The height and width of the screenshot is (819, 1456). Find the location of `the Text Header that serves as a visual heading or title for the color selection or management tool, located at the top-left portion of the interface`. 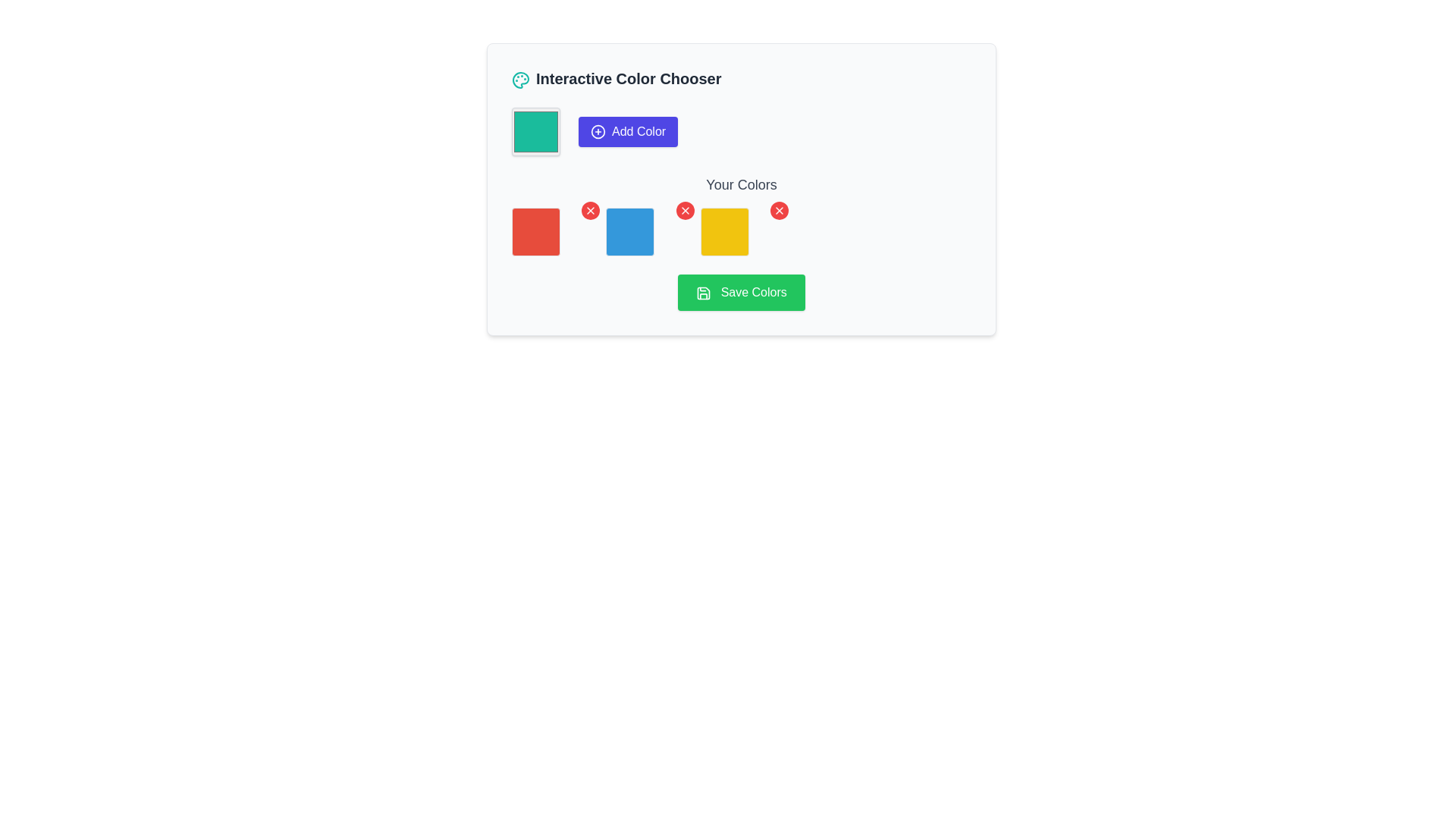

the Text Header that serves as a visual heading or title for the color selection or management tool, located at the top-left portion of the interface is located at coordinates (617, 79).